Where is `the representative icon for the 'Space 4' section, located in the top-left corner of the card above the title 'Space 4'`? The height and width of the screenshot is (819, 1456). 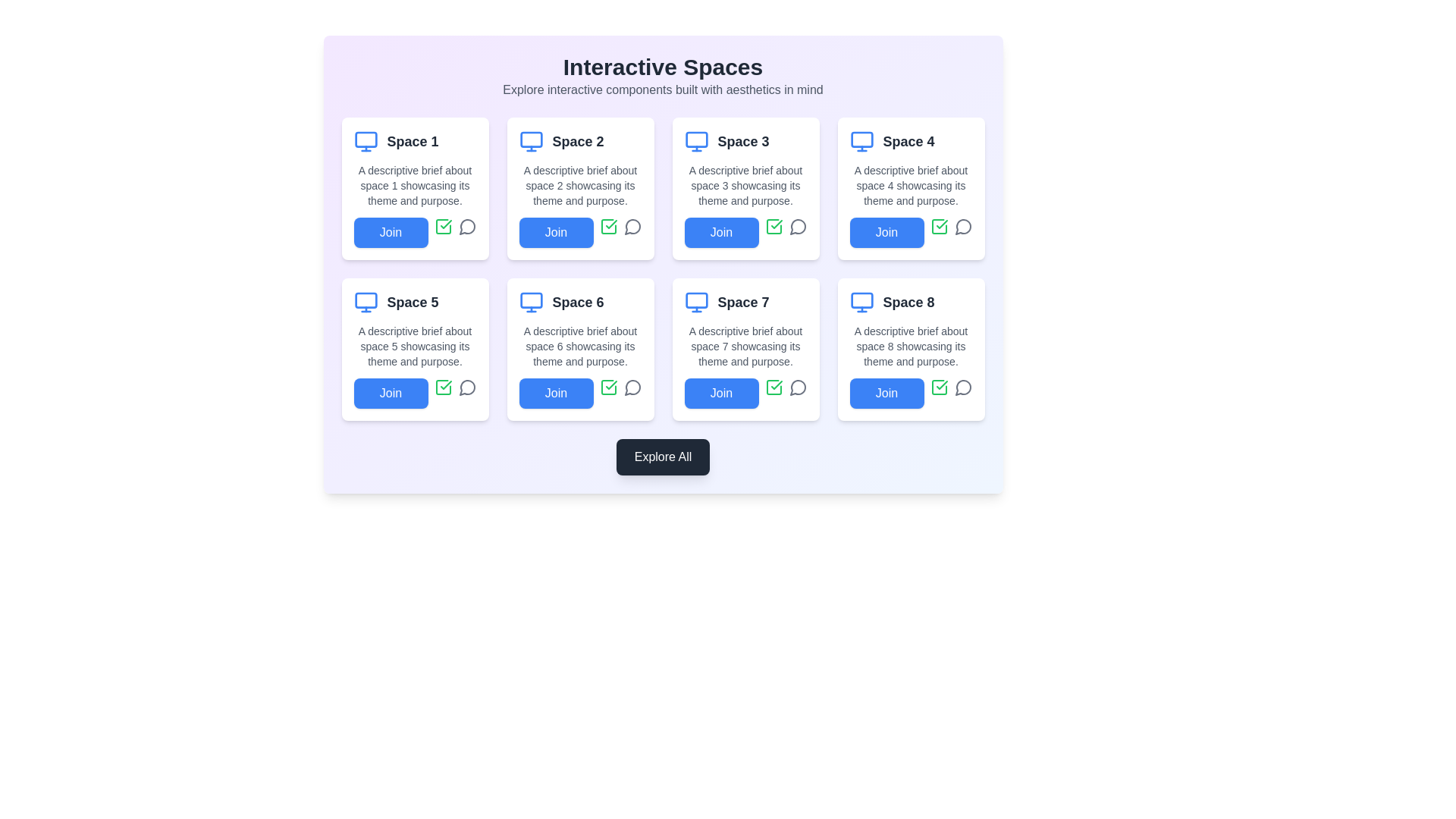 the representative icon for the 'Space 4' section, located in the top-left corner of the card above the title 'Space 4' is located at coordinates (861, 141).